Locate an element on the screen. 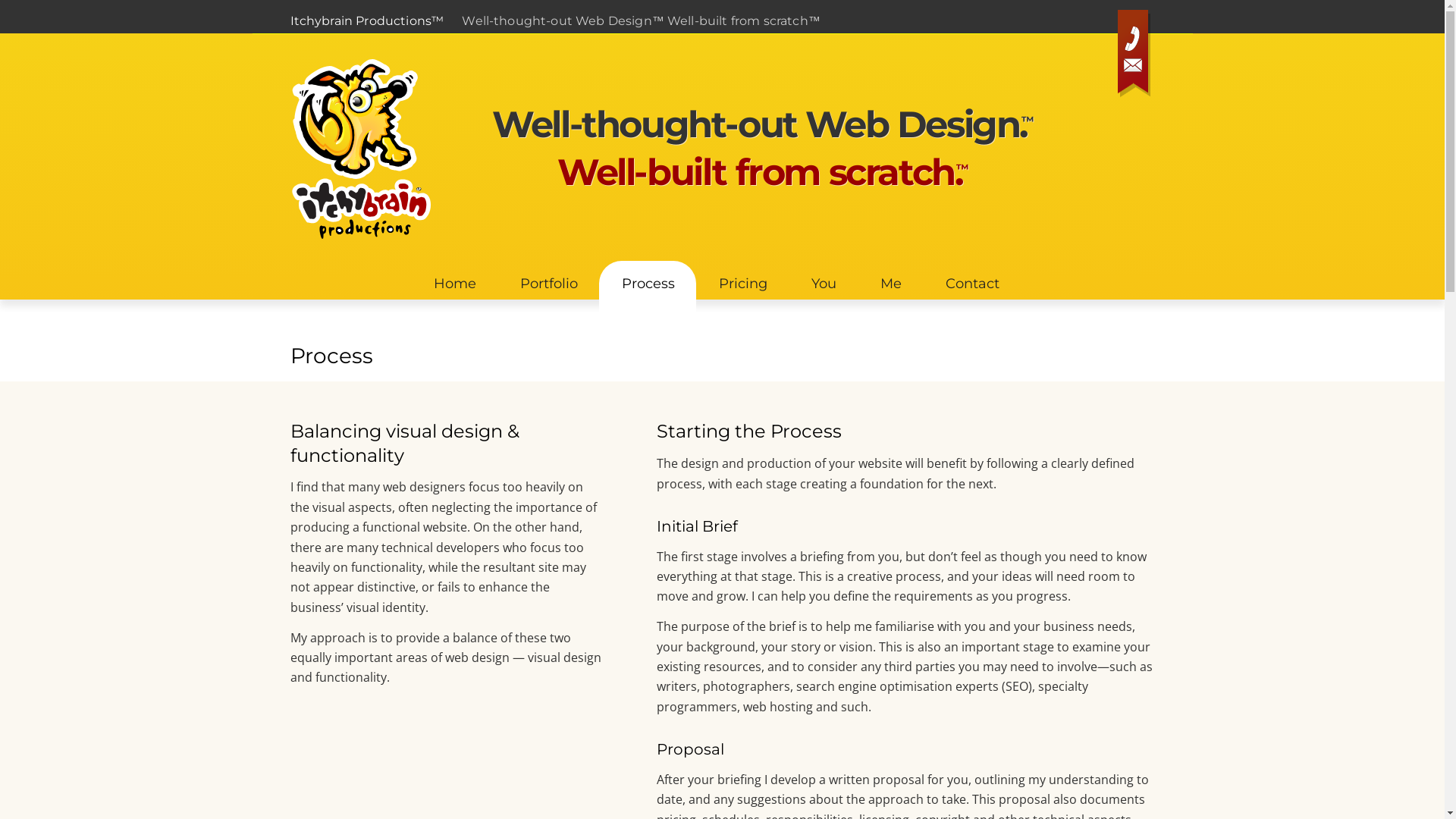 The height and width of the screenshot is (819, 1456). 'You' is located at coordinates (822, 280).